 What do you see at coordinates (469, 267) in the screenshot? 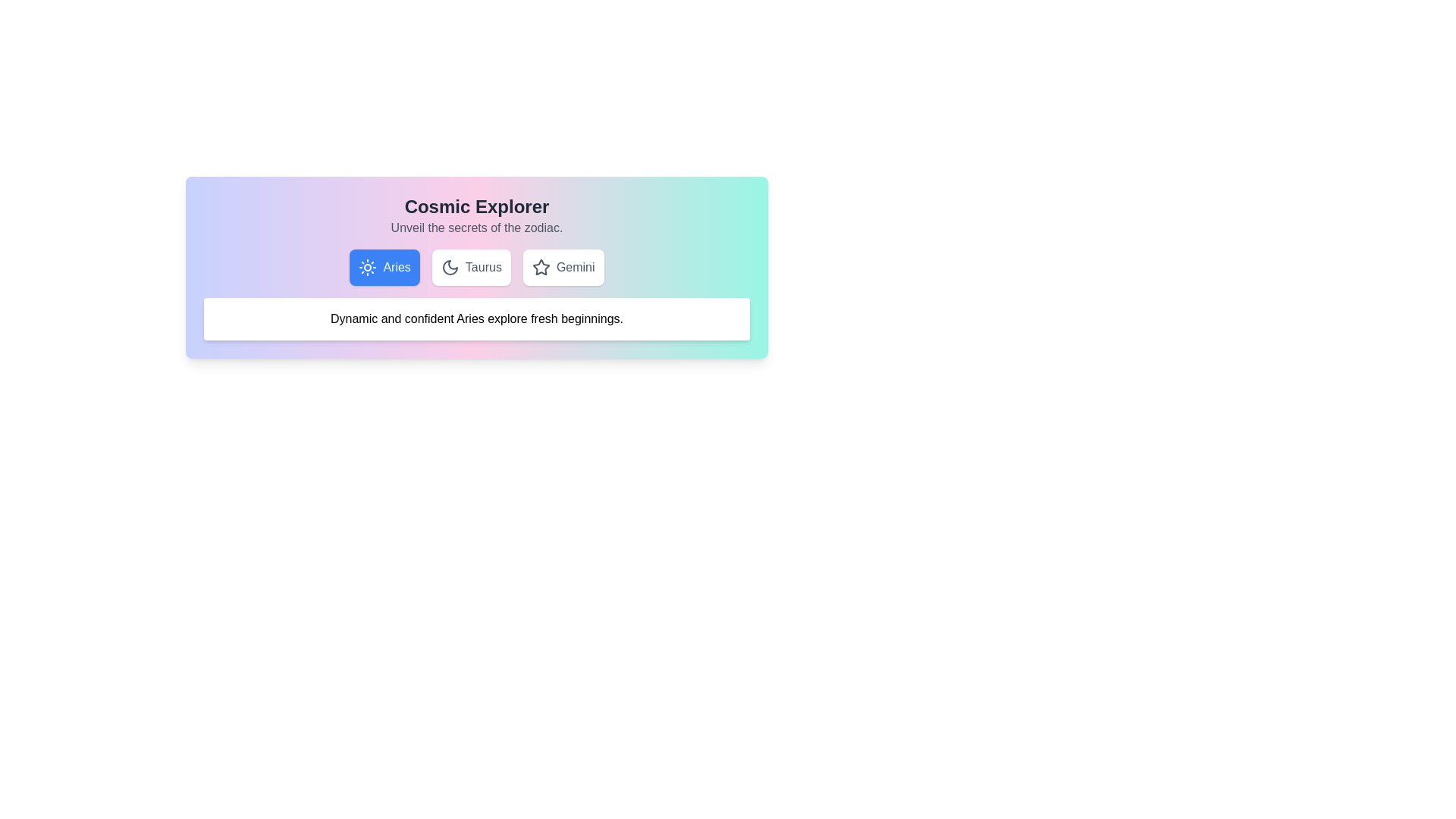
I see `the tab button labeled Taurus to observe hover effects` at bounding box center [469, 267].